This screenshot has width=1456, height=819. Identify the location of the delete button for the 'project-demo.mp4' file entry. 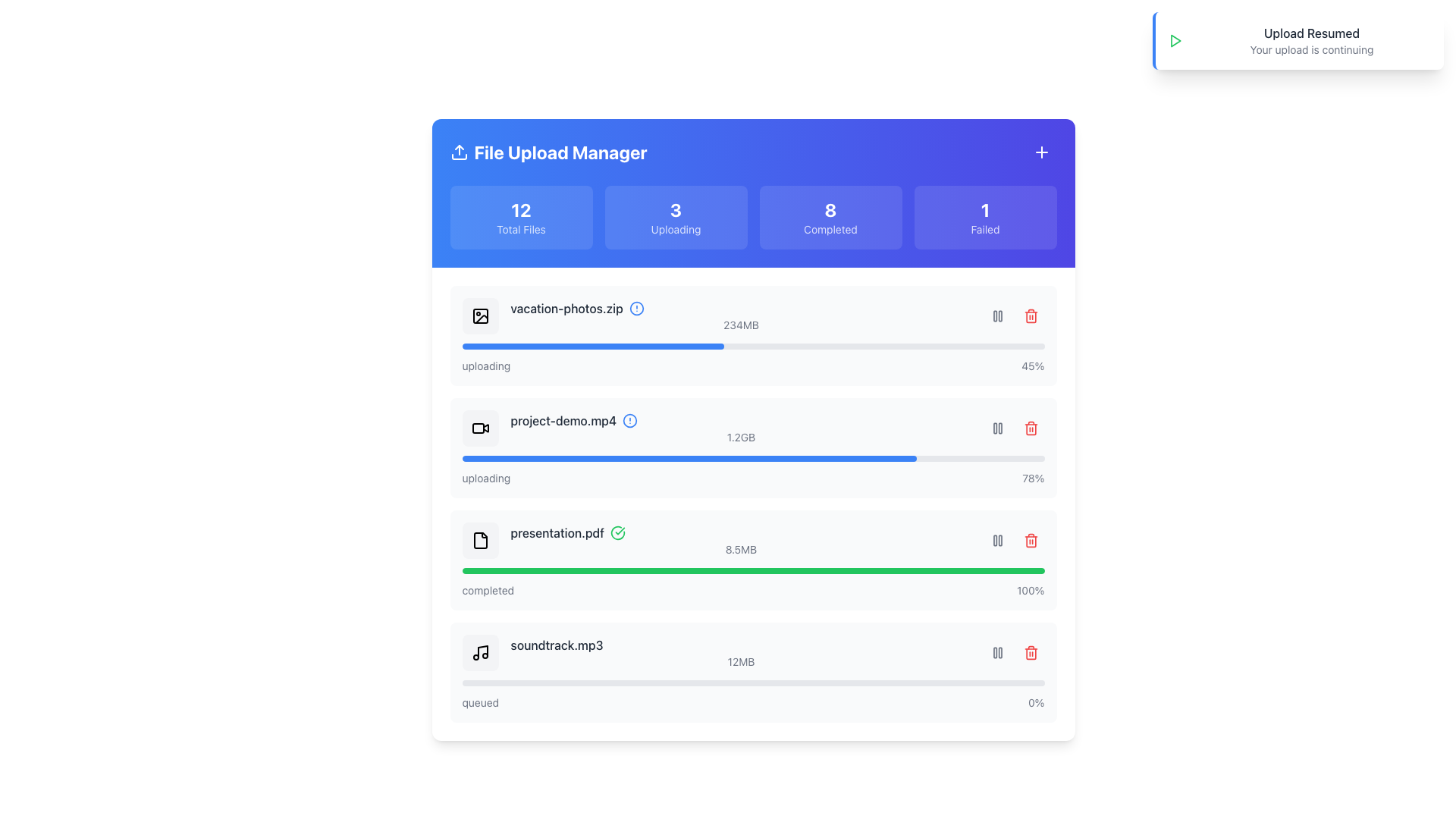
(1031, 315).